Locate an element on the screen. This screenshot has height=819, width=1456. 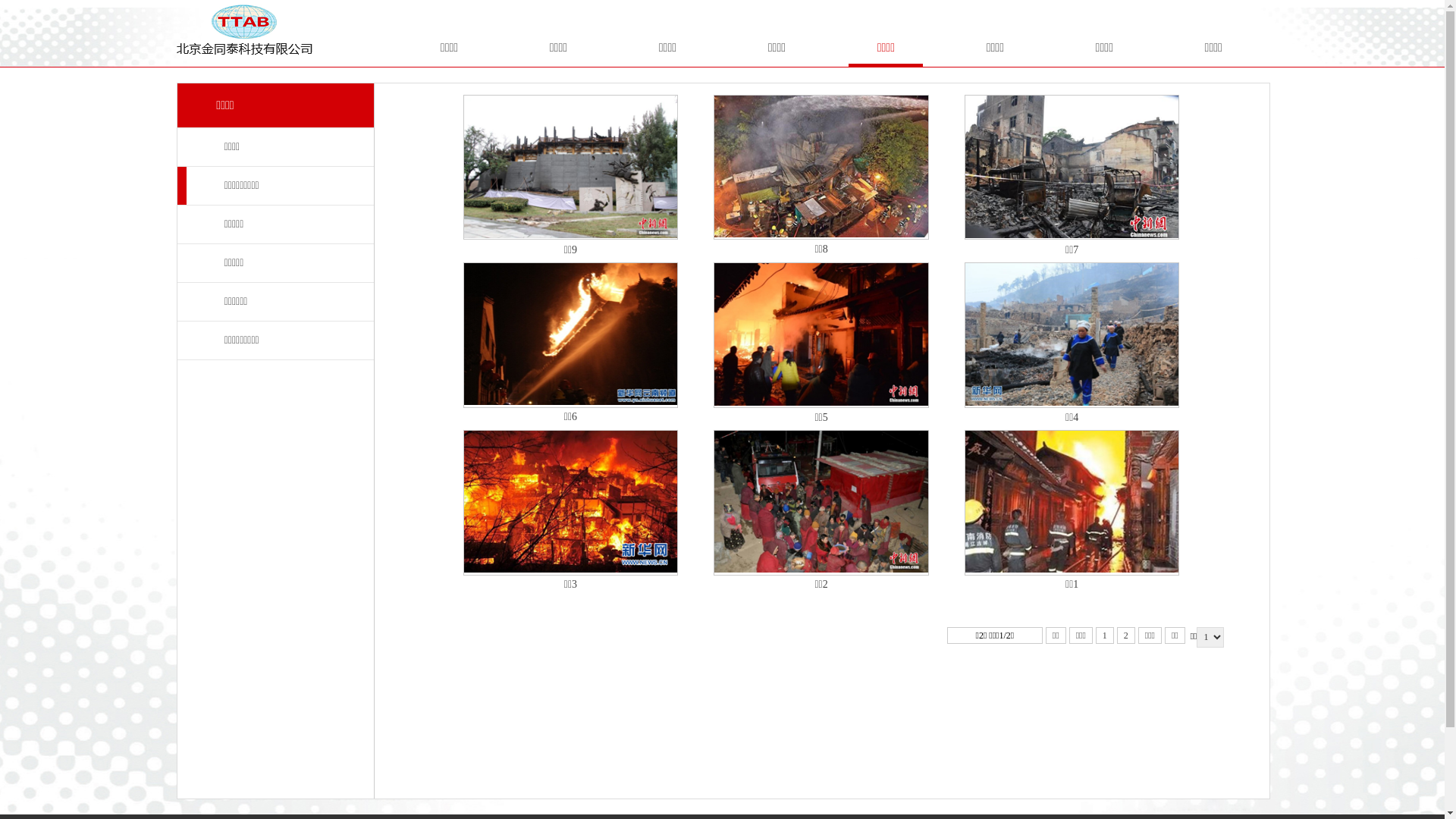
'2' is located at coordinates (1125, 635).